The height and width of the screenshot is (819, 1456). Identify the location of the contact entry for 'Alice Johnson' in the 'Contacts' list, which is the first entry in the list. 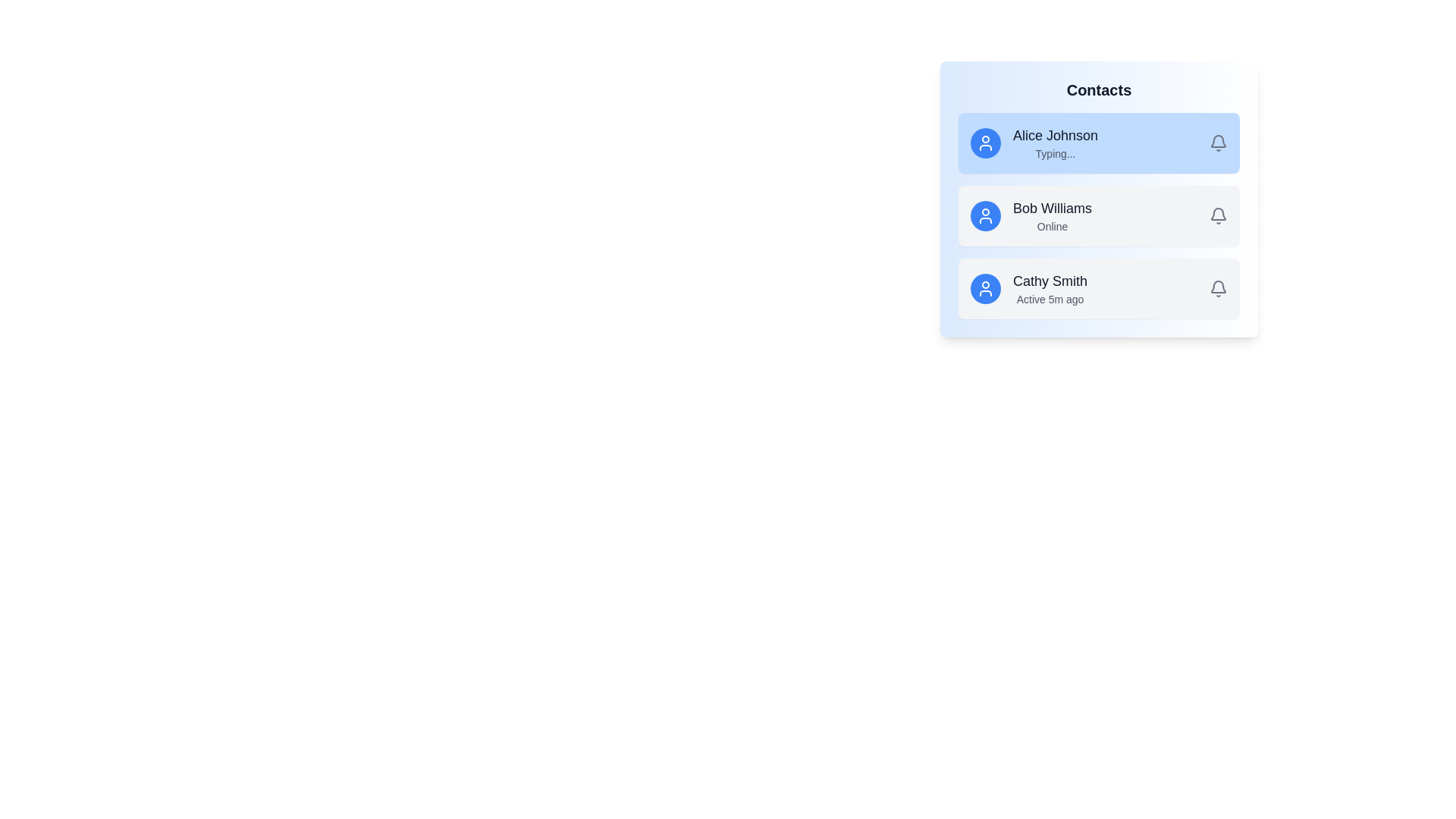
(1099, 143).